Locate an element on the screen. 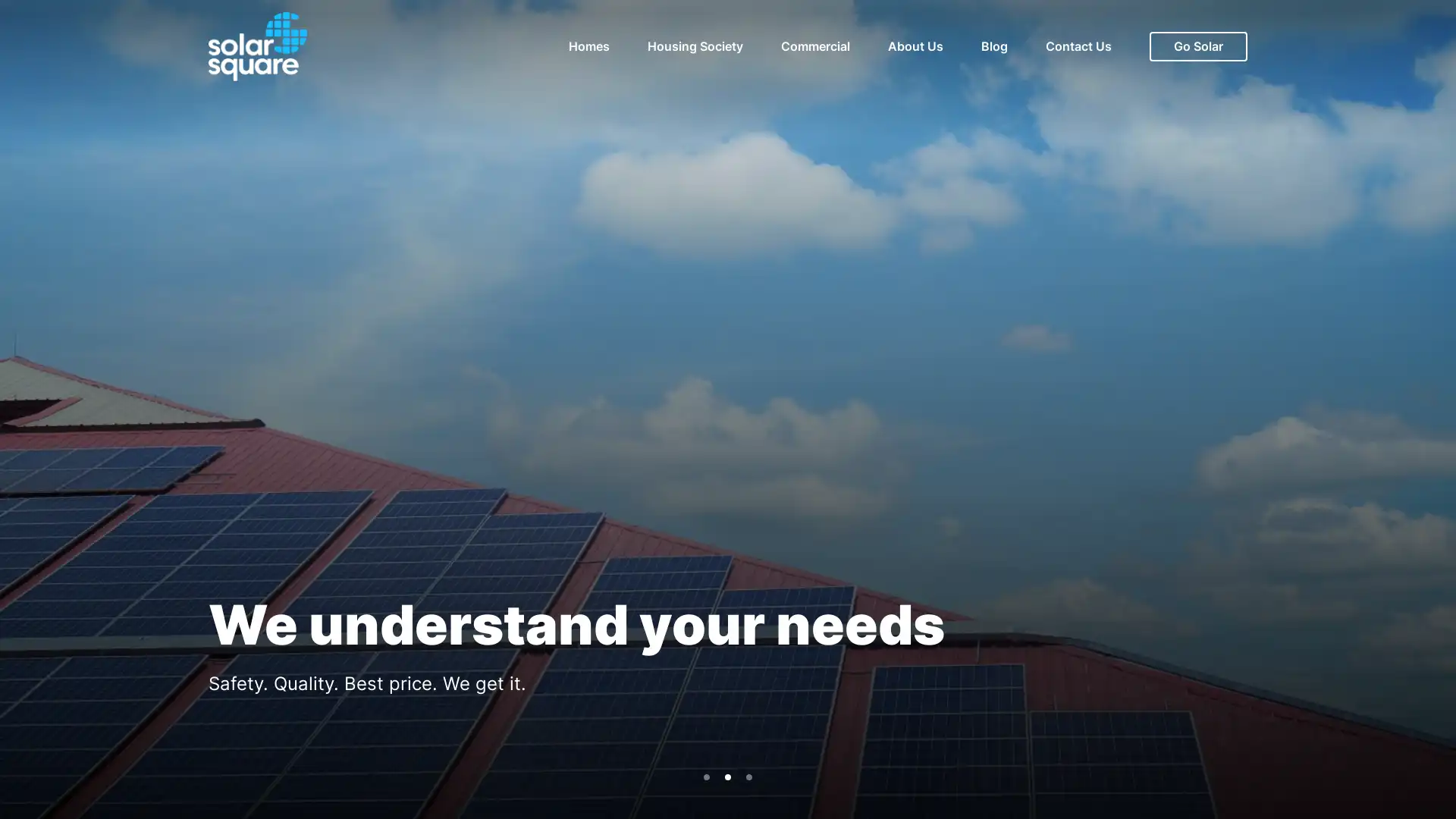 Image resolution: width=1456 pixels, height=819 pixels. Go to slide 2 is located at coordinates (728, 777).